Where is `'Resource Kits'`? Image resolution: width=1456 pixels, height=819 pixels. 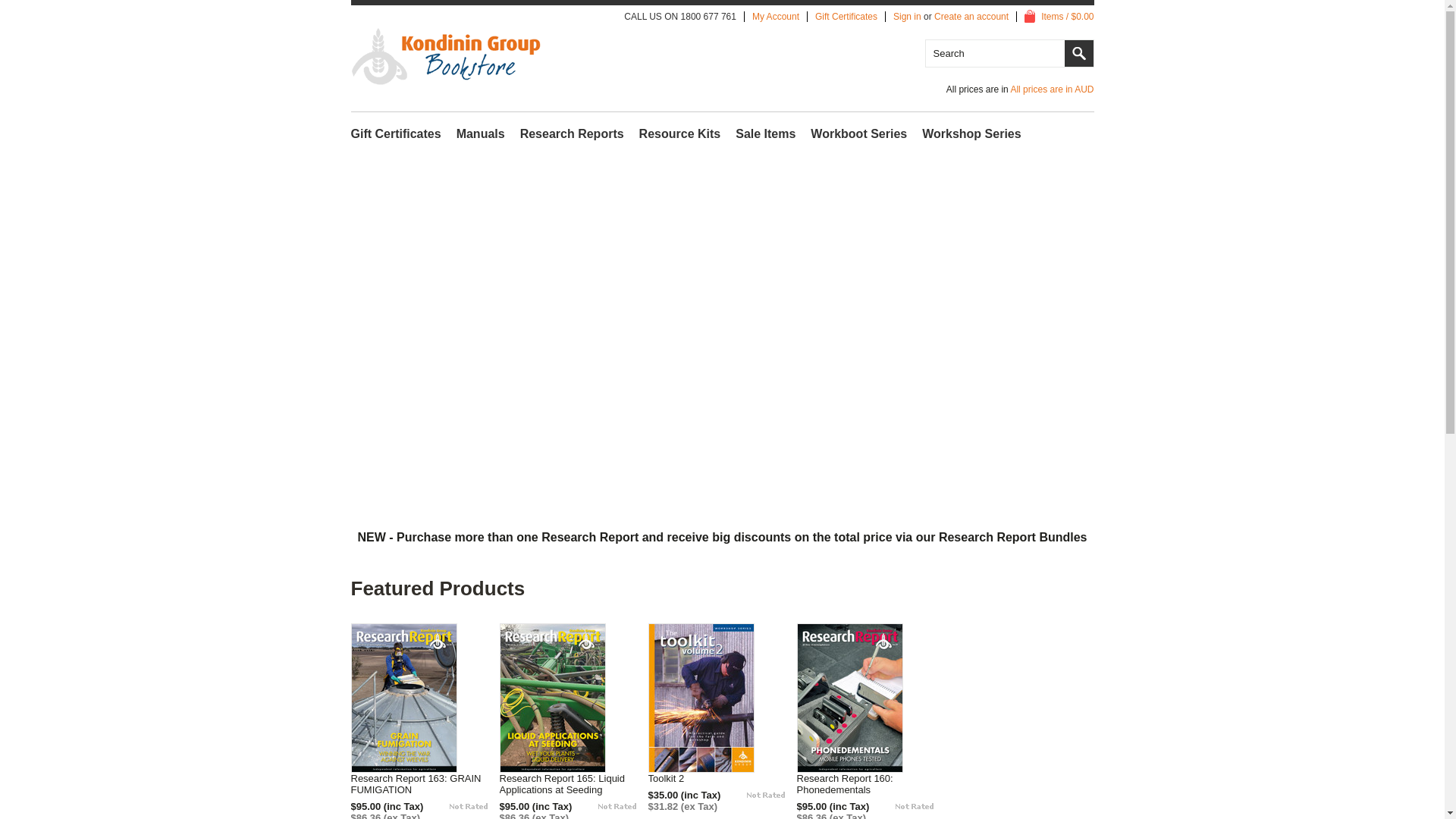
'Resource Kits' is located at coordinates (679, 133).